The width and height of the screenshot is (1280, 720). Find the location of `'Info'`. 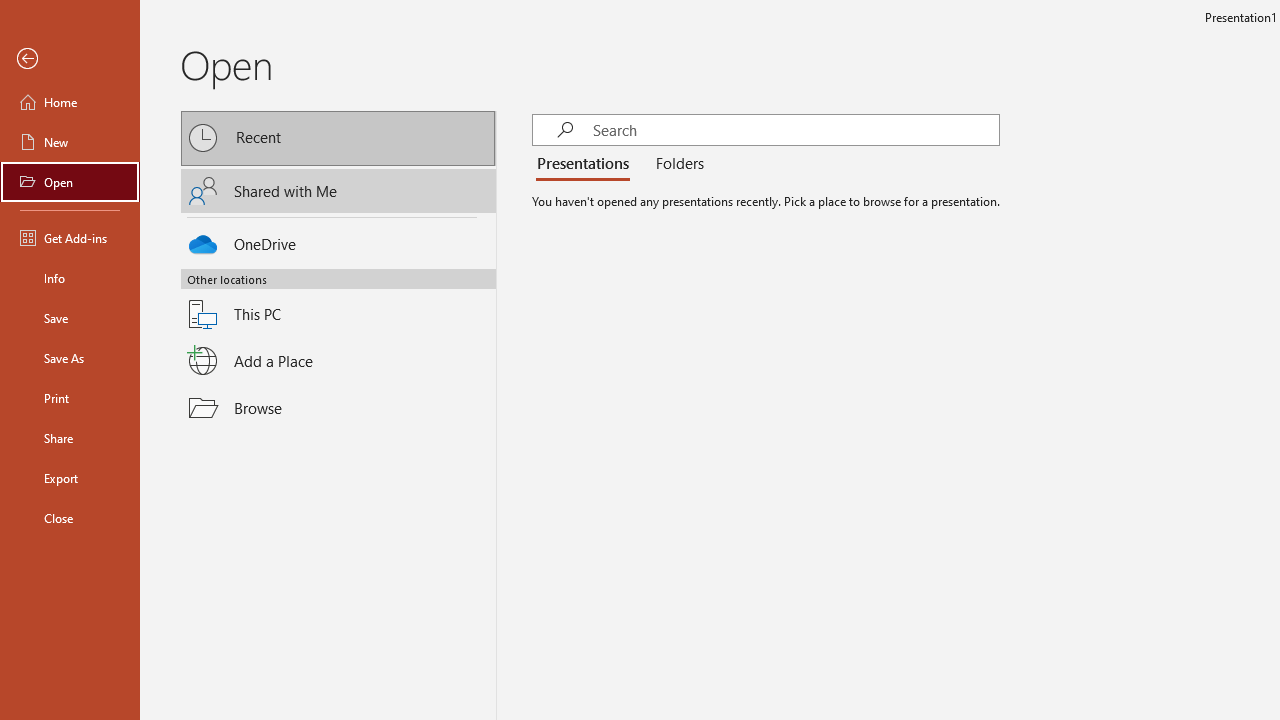

'Info' is located at coordinates (69, 277).